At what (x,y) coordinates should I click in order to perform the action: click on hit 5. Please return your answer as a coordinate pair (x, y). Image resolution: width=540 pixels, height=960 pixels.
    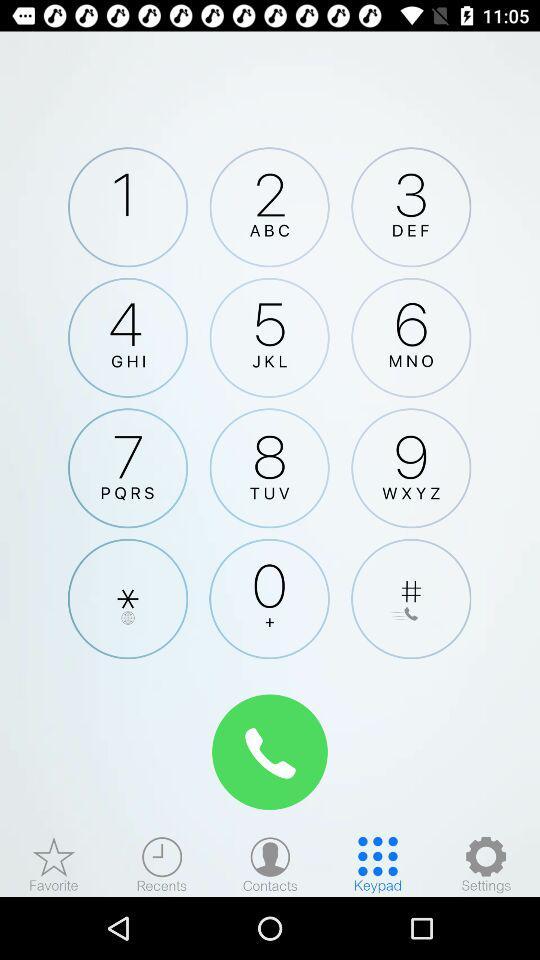
    Looking at the image, I should click on (269, 337).